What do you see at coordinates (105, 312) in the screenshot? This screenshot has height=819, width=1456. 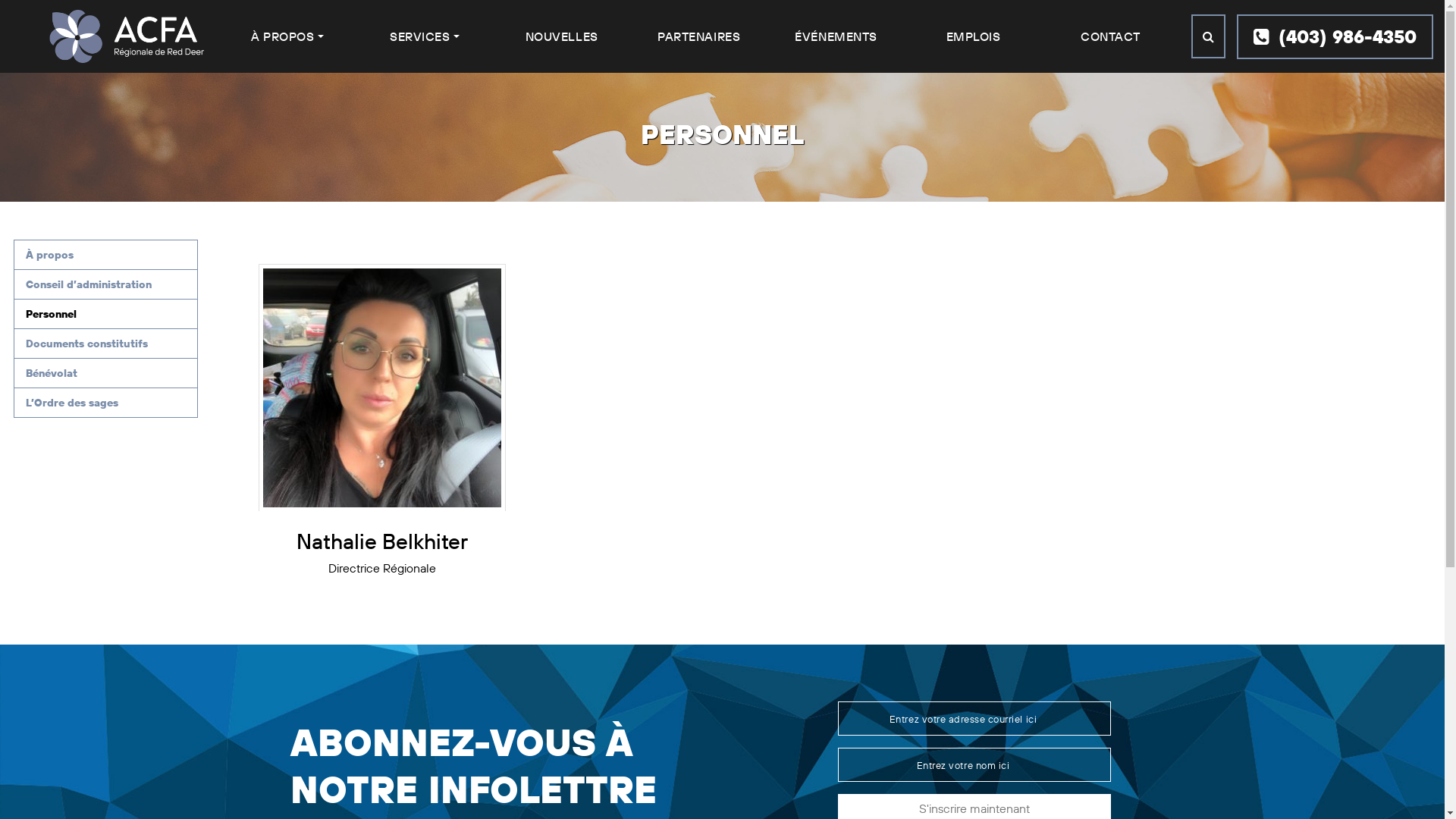 I see `'Personnel'` at bounding box center [105, 312].